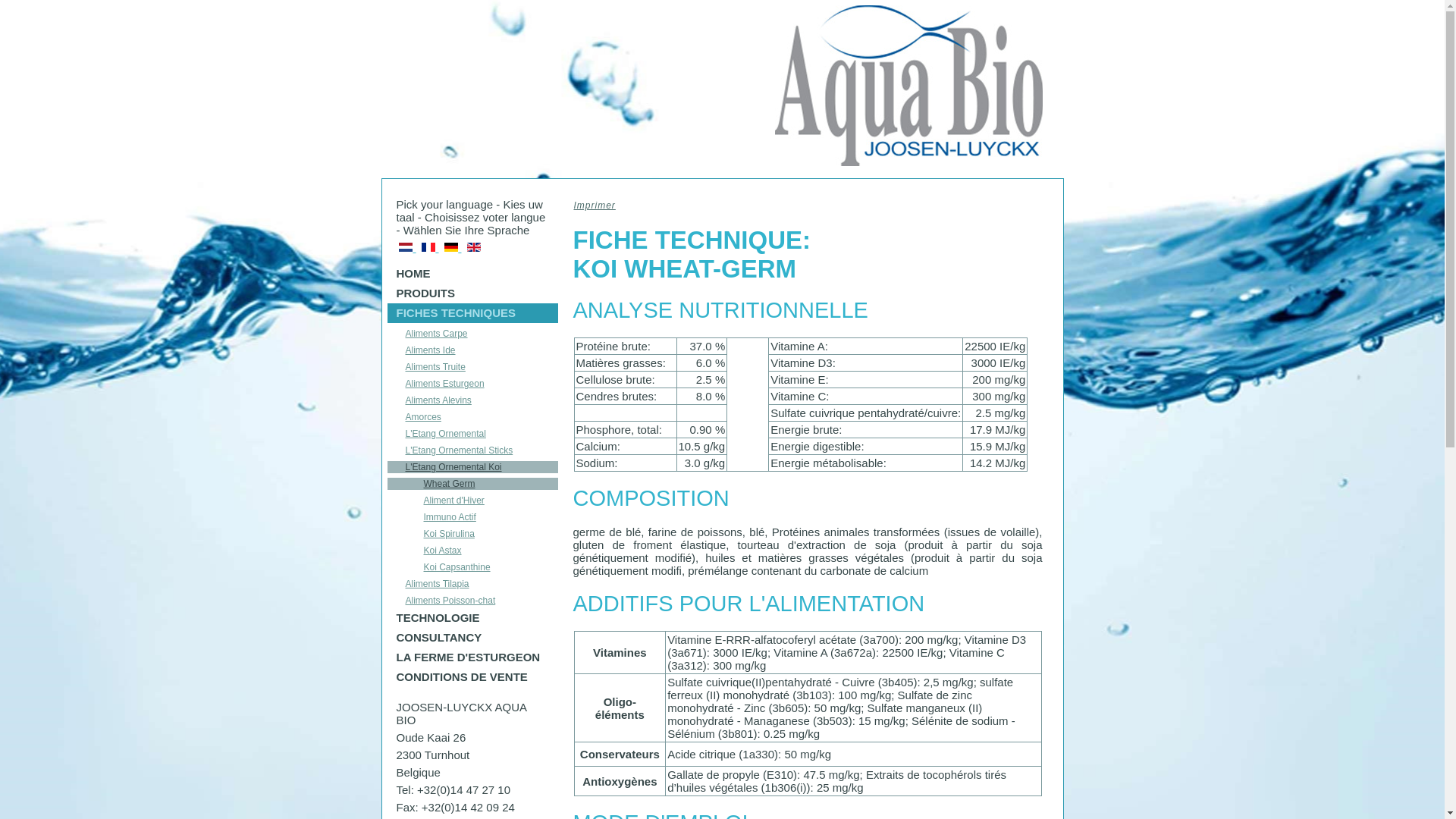 The image size is (1456, 819). What do you see at coordinates (471, 450) in the screenshot?
I see `'L'Etang Ornemental Sticks'` at bounding box center [471, 450].